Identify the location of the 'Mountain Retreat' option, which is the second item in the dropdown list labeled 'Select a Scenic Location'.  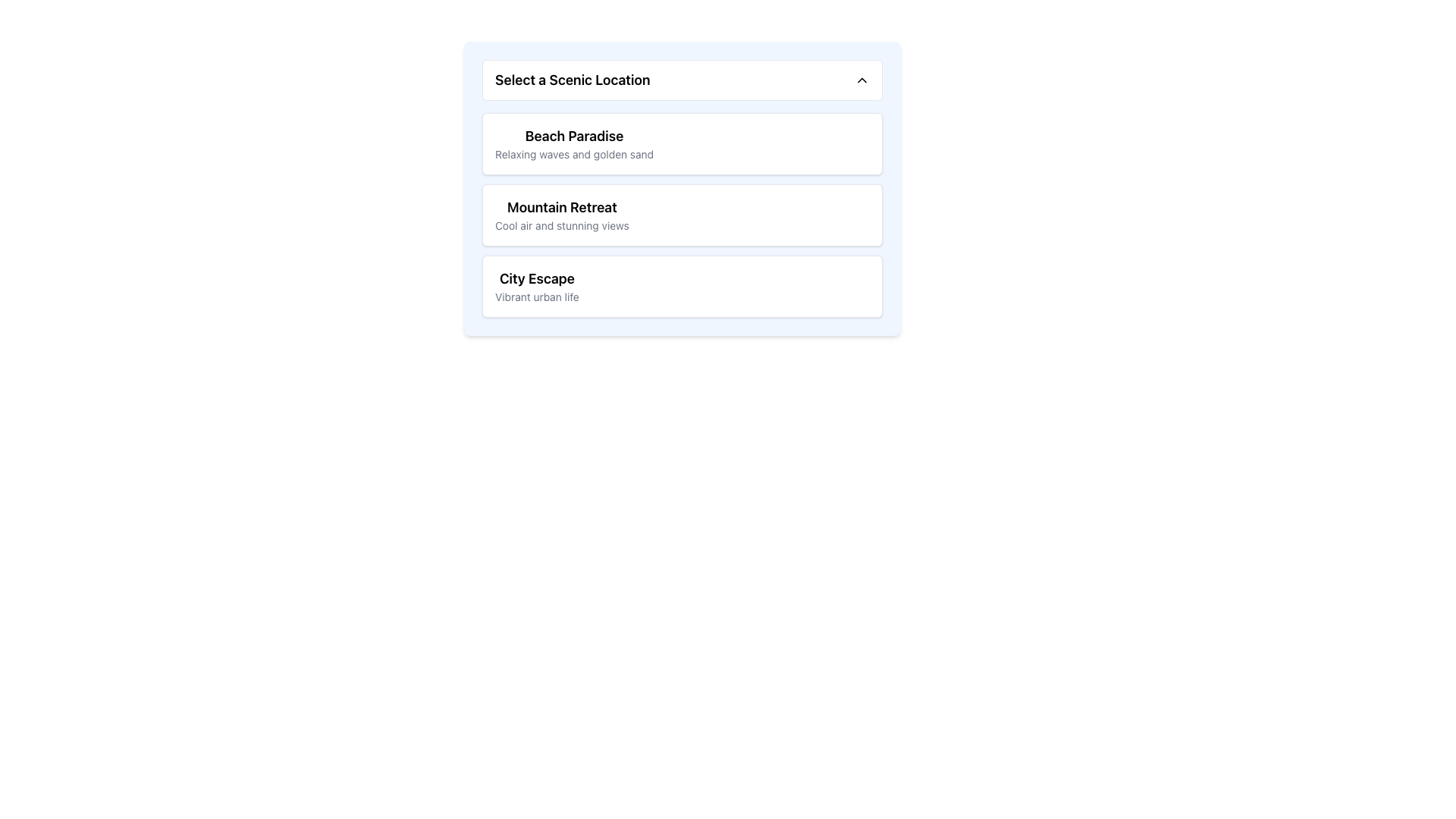
(682, 188).